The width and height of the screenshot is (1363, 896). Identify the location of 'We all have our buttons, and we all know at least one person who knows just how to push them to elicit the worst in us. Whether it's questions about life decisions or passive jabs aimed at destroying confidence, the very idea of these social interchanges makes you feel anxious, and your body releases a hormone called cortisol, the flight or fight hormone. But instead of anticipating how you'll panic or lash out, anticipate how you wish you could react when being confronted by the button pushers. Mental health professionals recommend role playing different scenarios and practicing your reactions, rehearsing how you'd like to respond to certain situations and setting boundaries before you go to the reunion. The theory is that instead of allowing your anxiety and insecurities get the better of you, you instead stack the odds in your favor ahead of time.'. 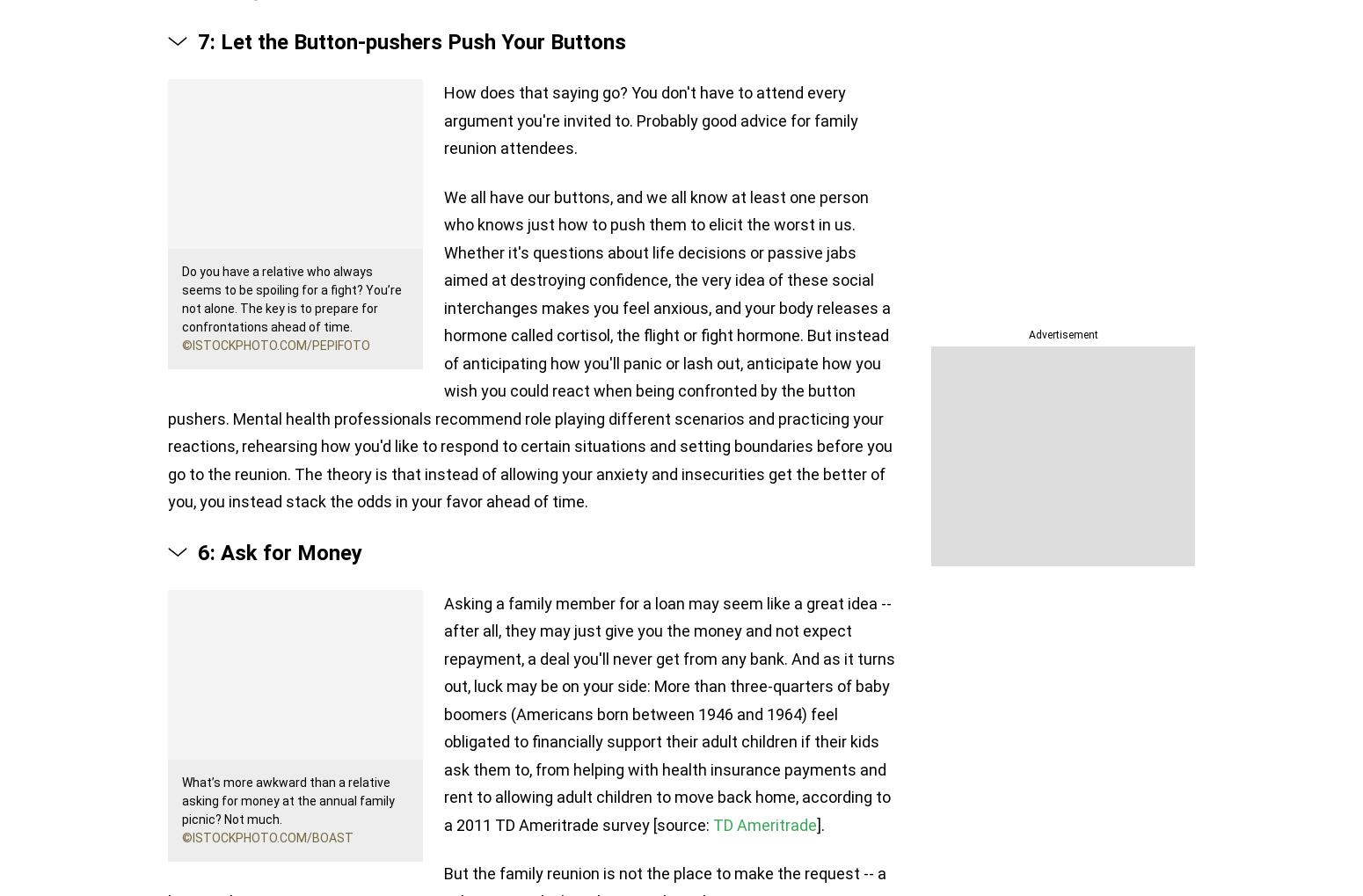
(529, 348).